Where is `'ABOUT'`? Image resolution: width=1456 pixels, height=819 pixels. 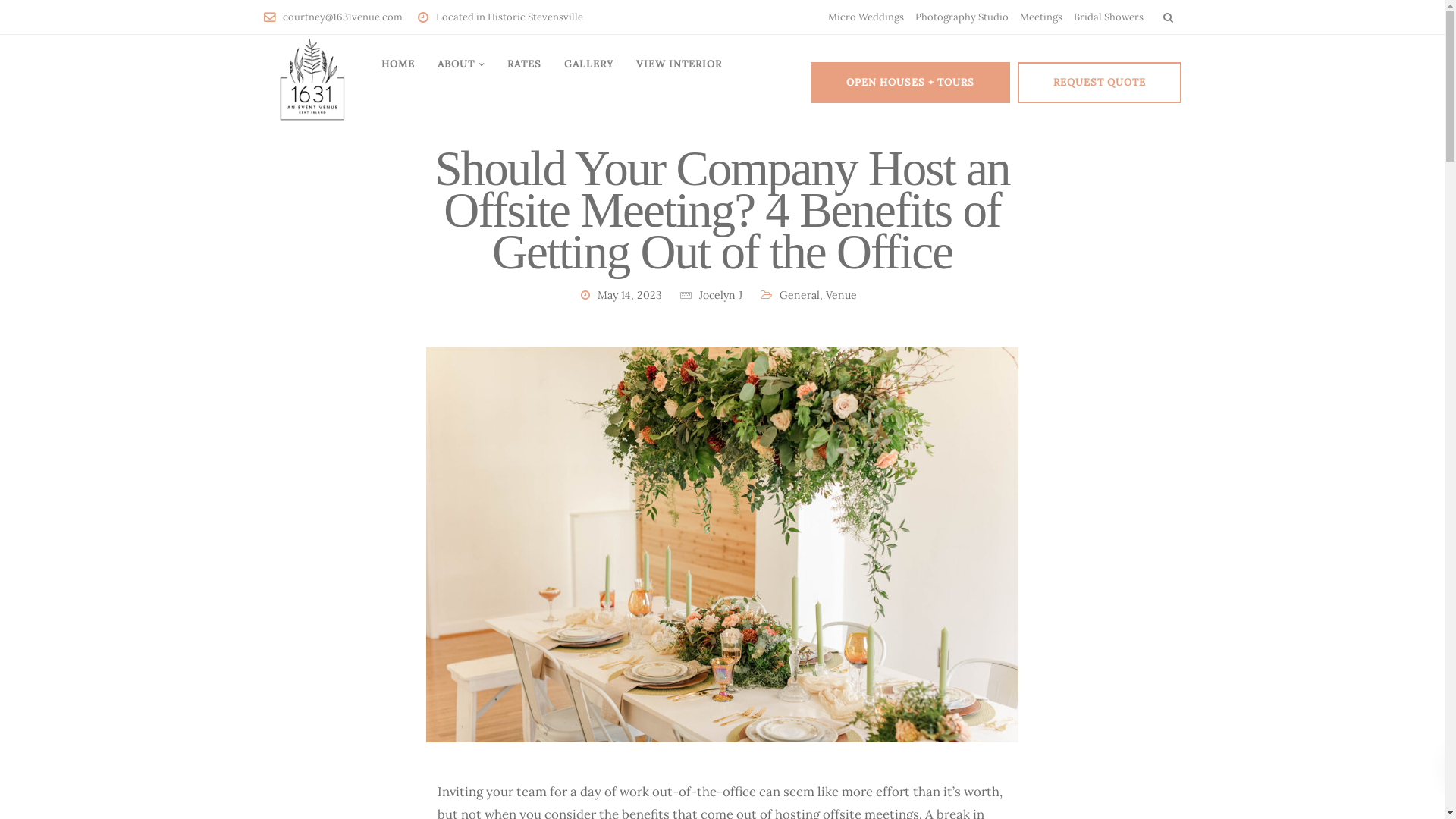
'ABOUT' is located at coordinates (460, 63).